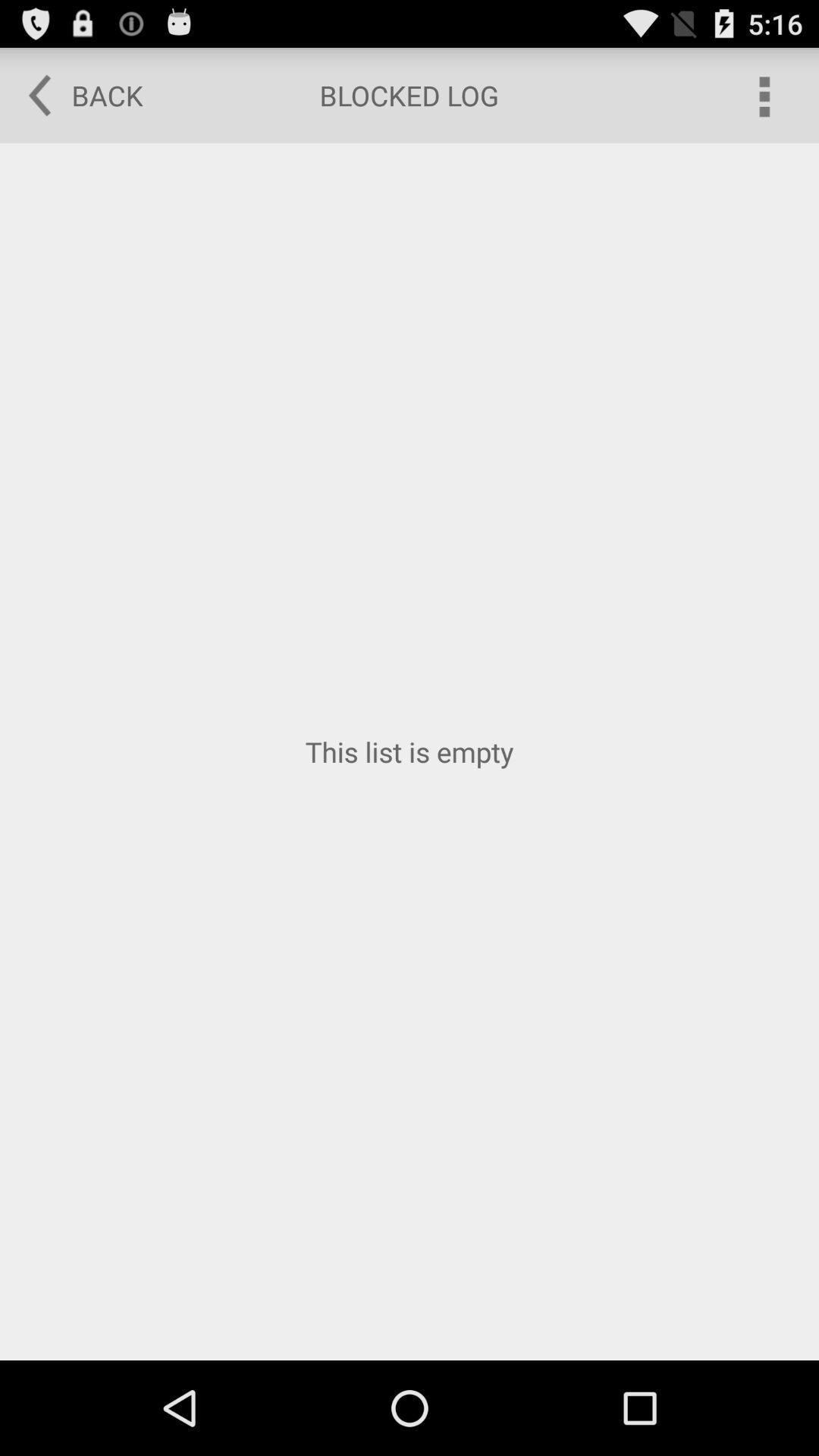  I want to click on the item at the top left corner, so click(75, 94).